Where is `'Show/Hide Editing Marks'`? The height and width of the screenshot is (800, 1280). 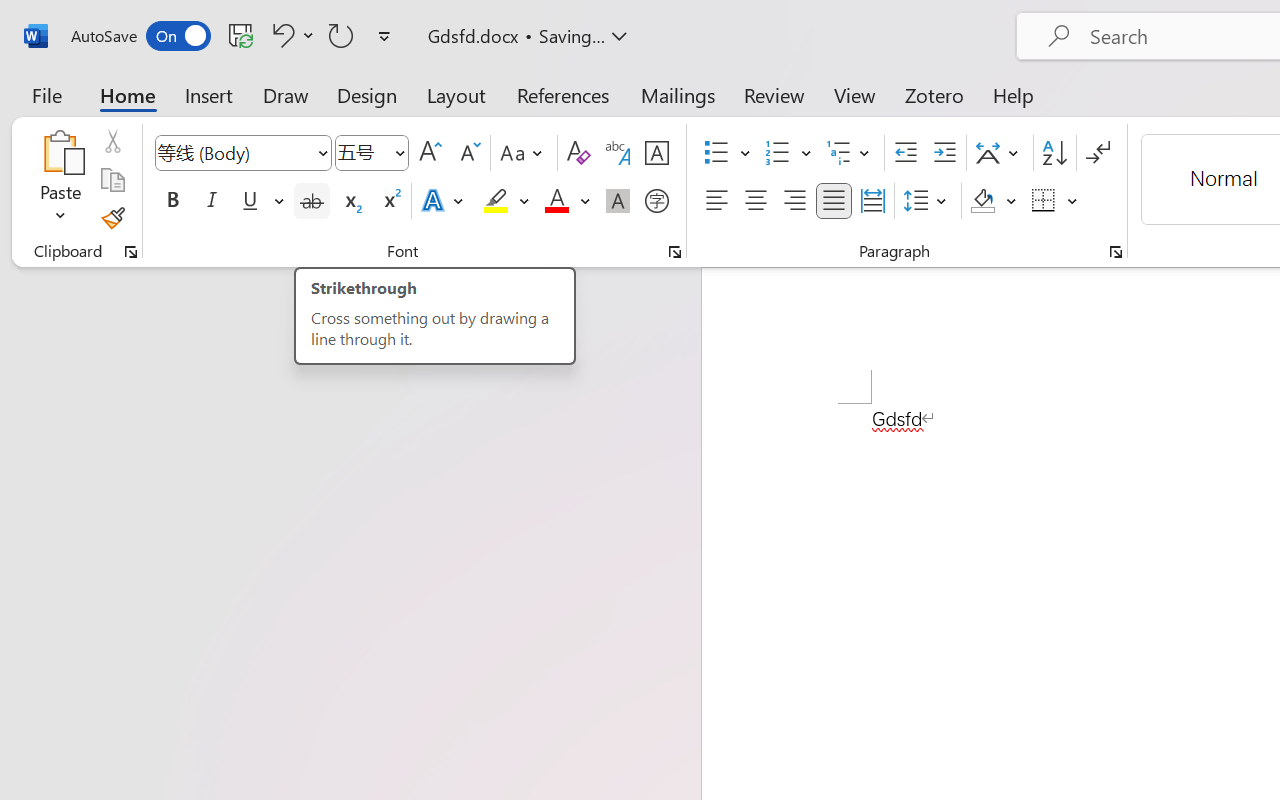 'Show/Hide Editing Marks' is located at coordinates (1097, 153).